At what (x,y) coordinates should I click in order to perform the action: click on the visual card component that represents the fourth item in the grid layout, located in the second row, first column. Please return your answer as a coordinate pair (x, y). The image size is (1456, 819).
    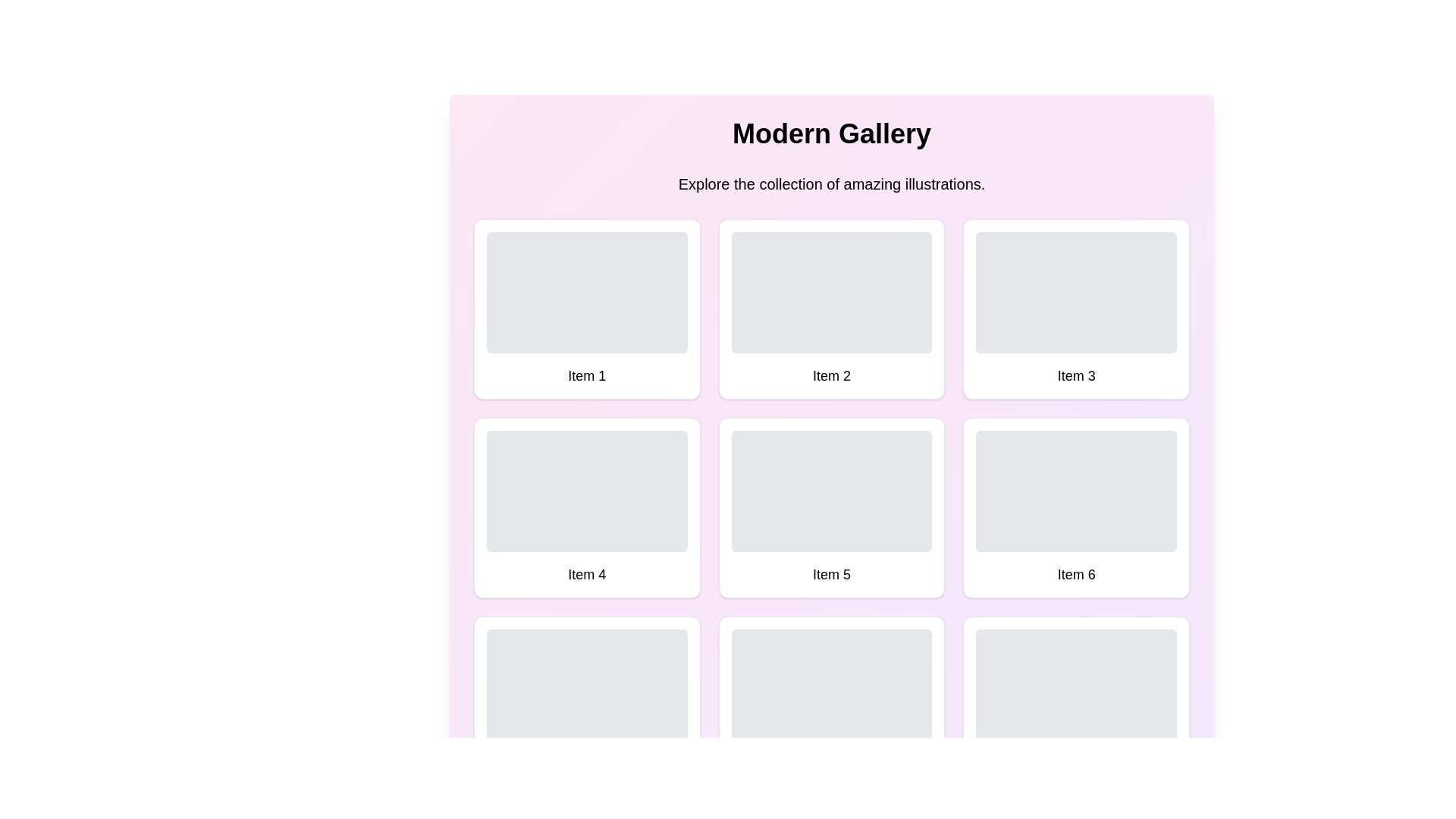
    Looking at the image, I should click on (586, 508).